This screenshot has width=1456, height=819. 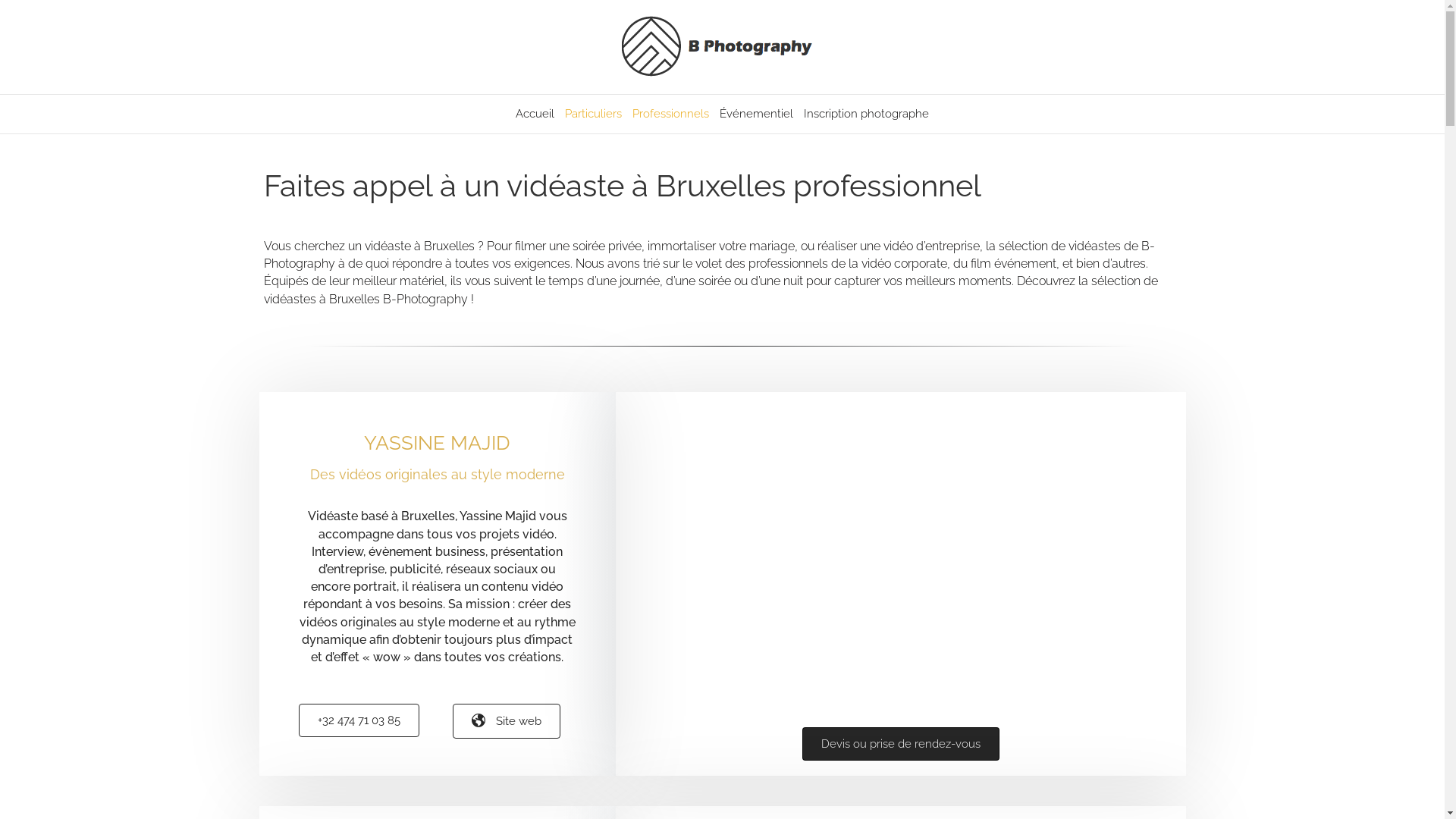 What do you see at coordinates (592, 113) in the screenshot?
I see `'Particuliers'` at bounding box center [592, 113].